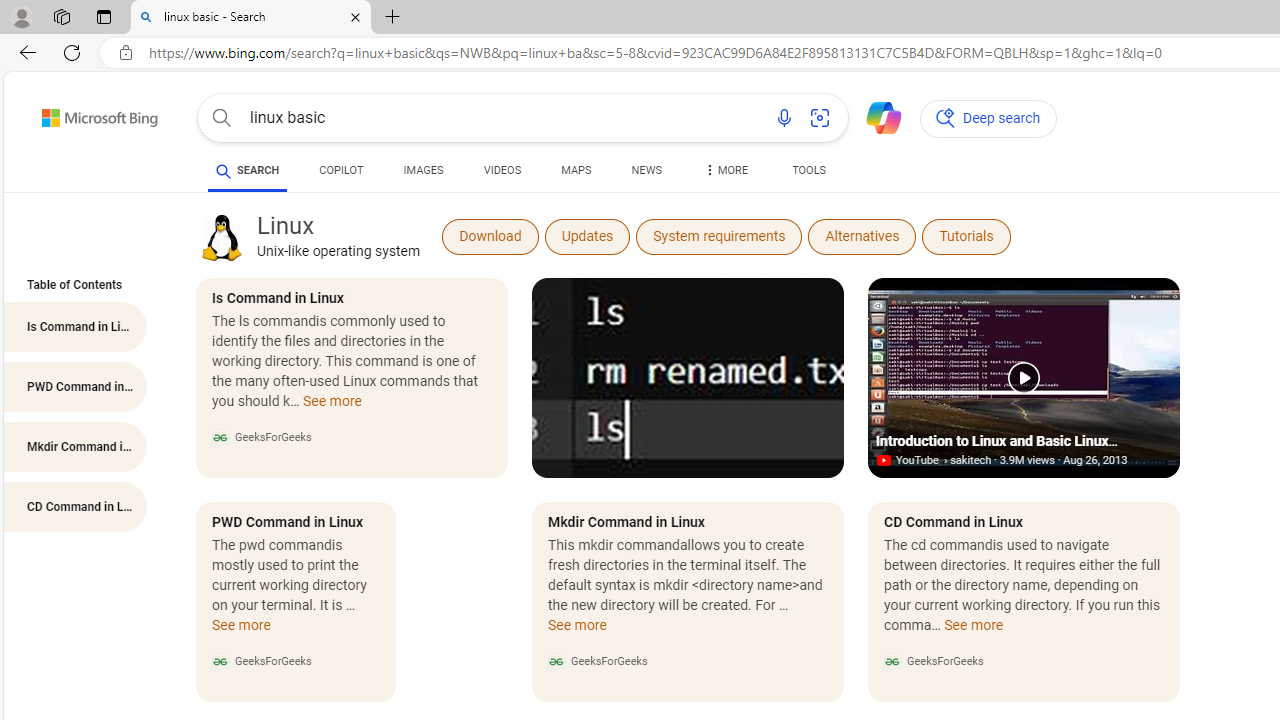  What do you see at coordinates (86, 114) in the screenshot?
I see `'Back to Bing search'` at bounding box center [86, 114].